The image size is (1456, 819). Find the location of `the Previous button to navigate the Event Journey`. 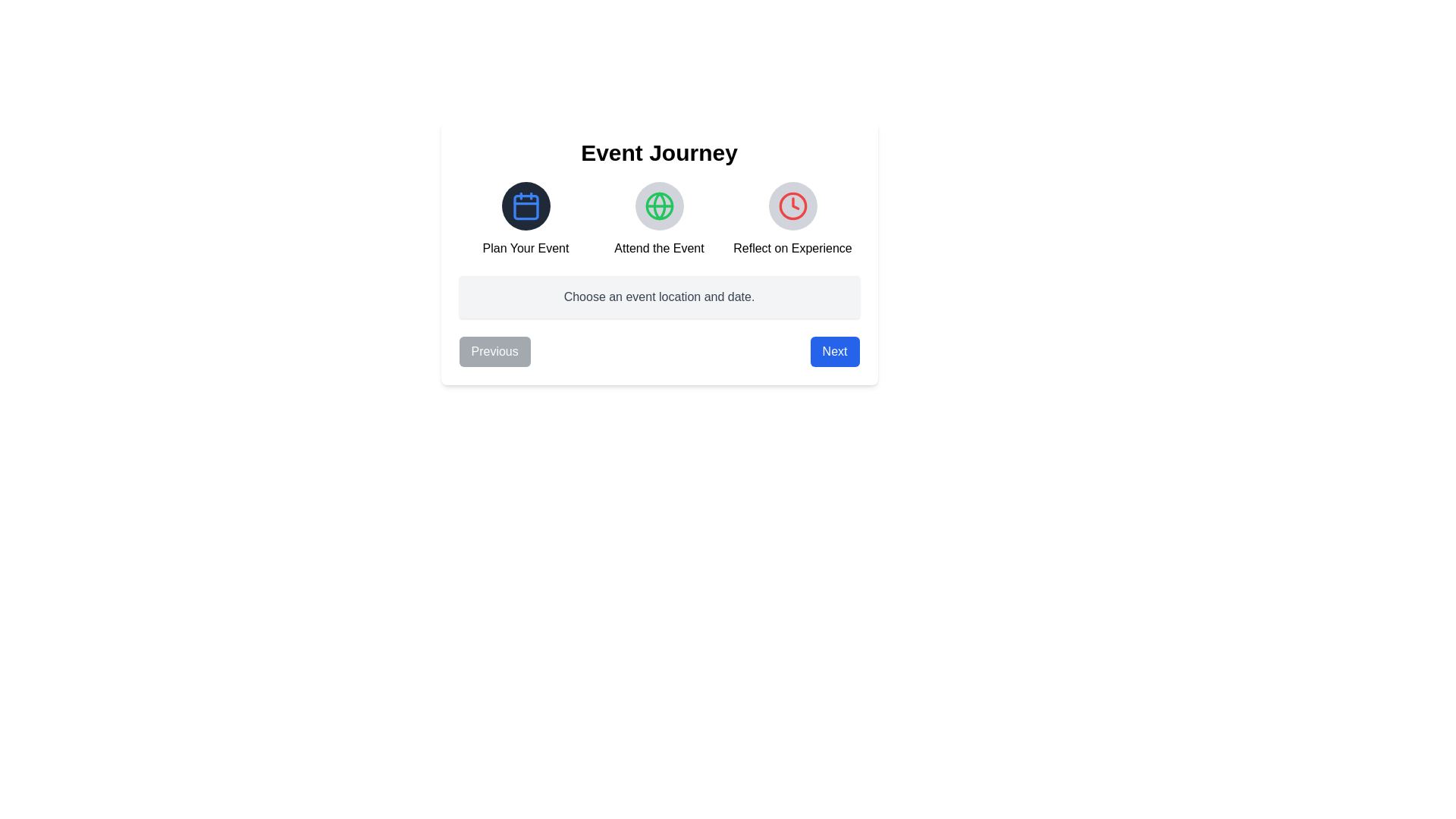

the Previous button to navigate the Event Journey is located at coordinates (494, 351).